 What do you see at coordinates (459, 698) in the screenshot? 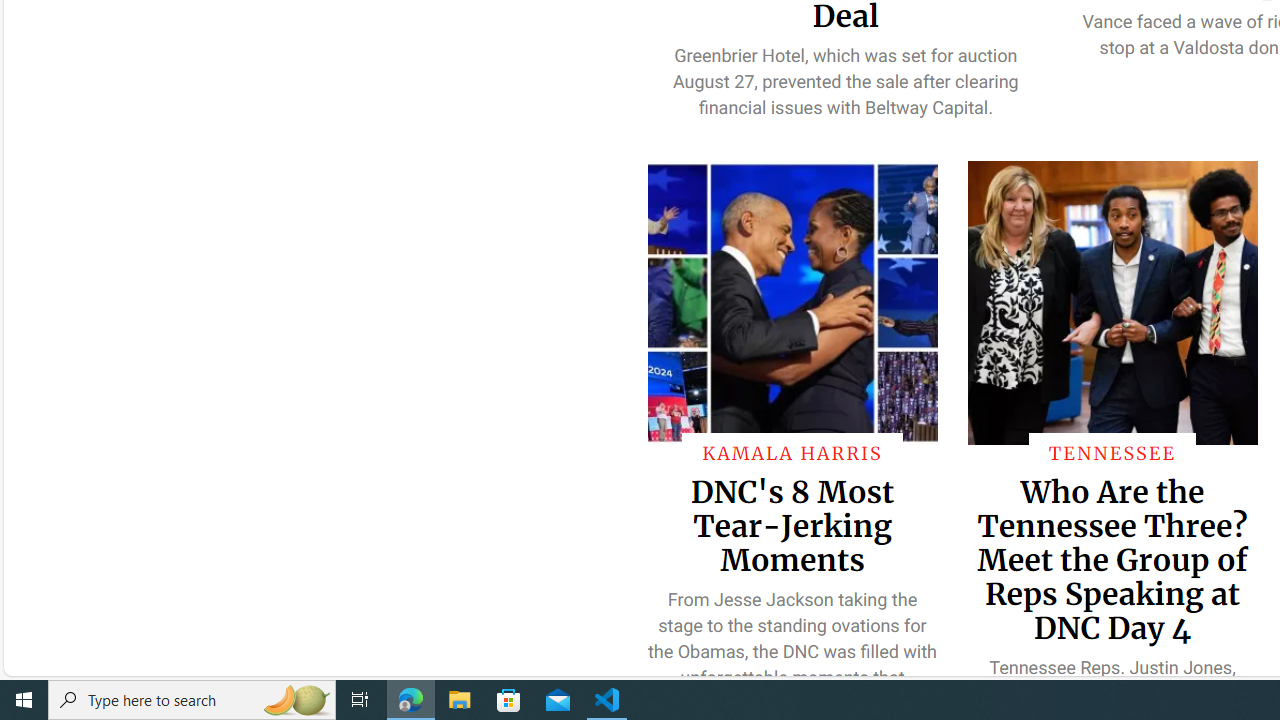
I see `'File Explorer'` at bounding box center [459, 698].